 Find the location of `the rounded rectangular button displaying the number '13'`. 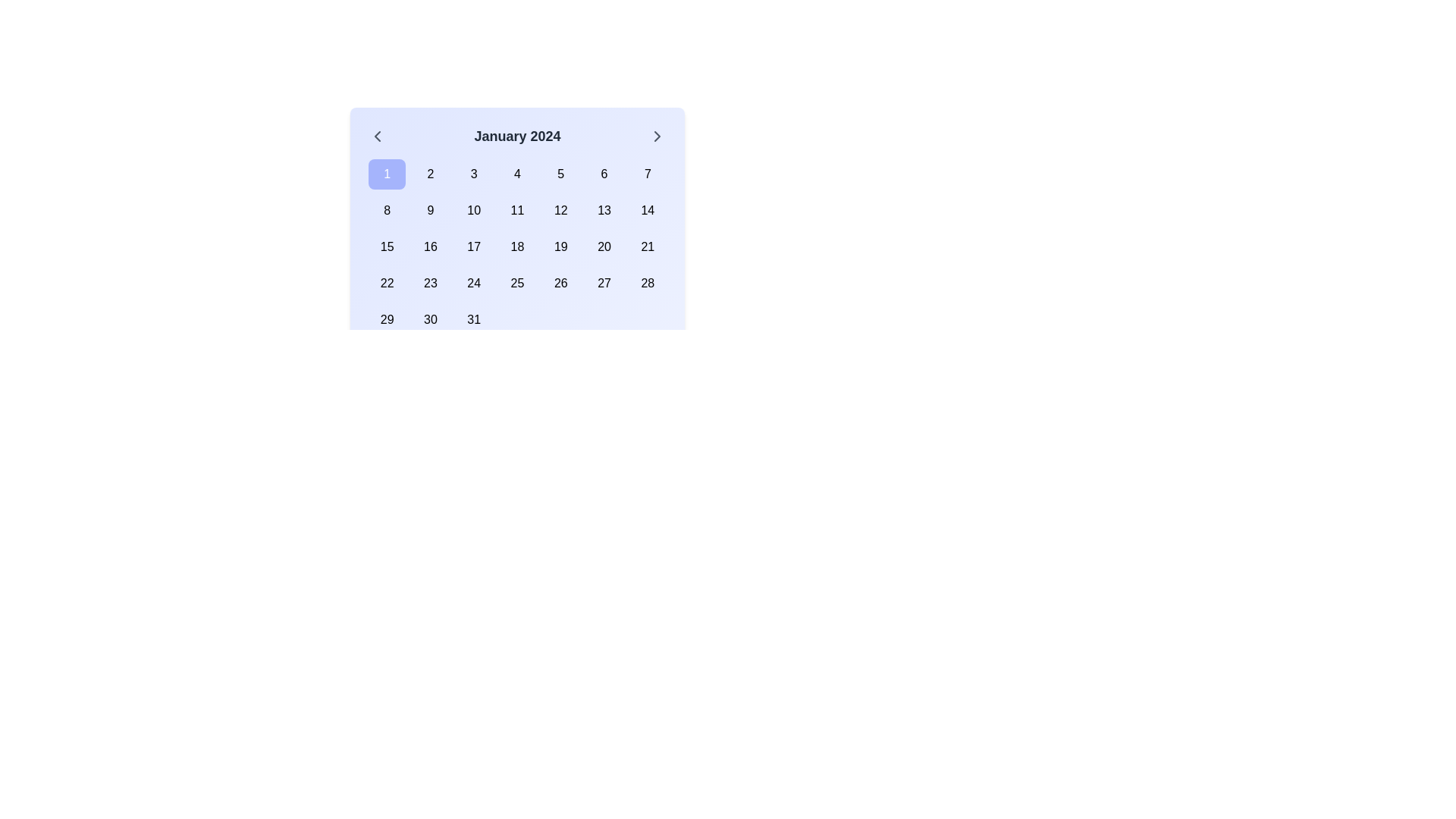

the rounded rectangular button displaying the number '13' is located at coordinates (603, 210).